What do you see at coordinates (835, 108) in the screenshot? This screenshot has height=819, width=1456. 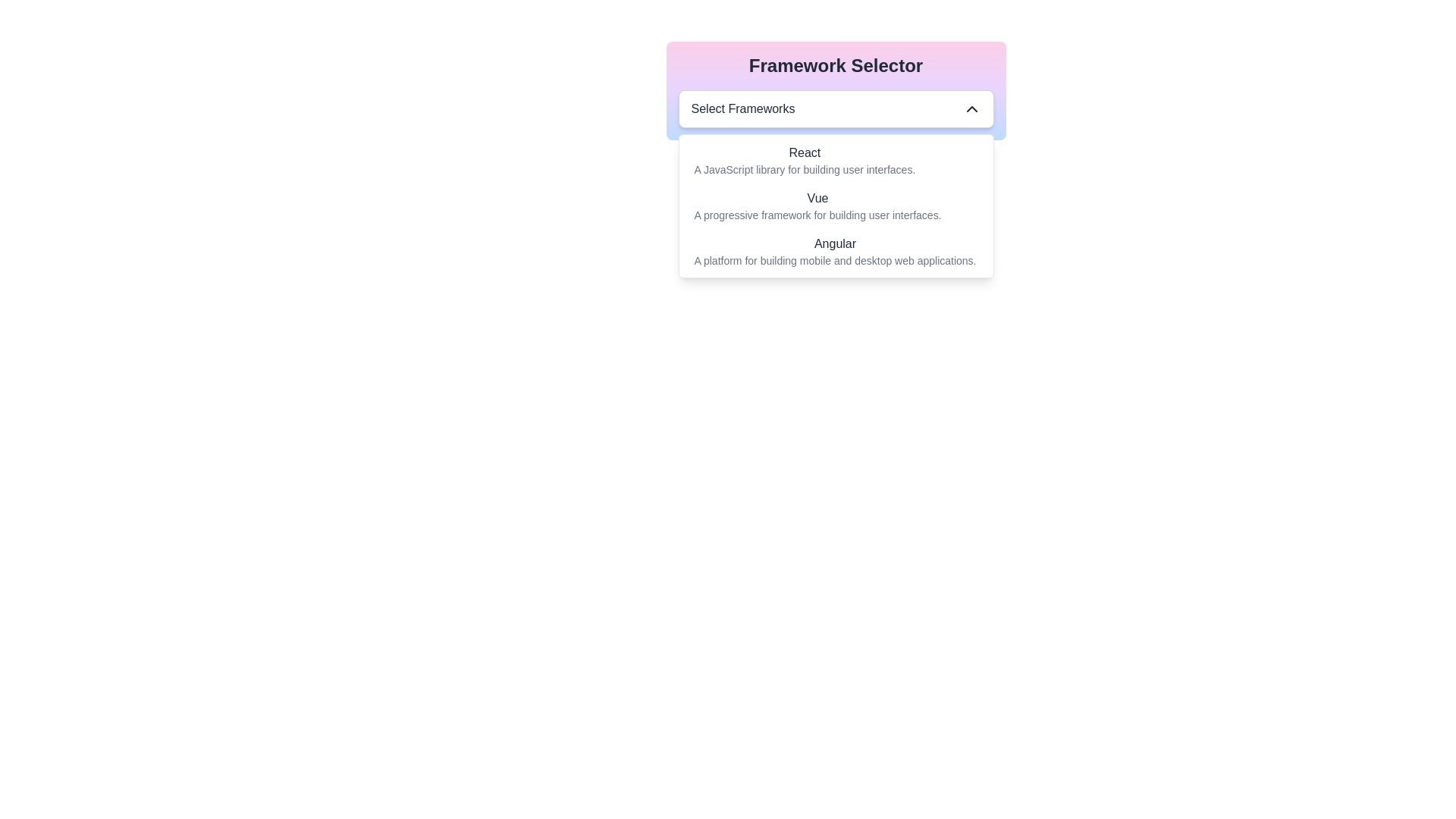 I see `the 'Select Frameworks' dropdown menu` at bounding box center [835, 108].